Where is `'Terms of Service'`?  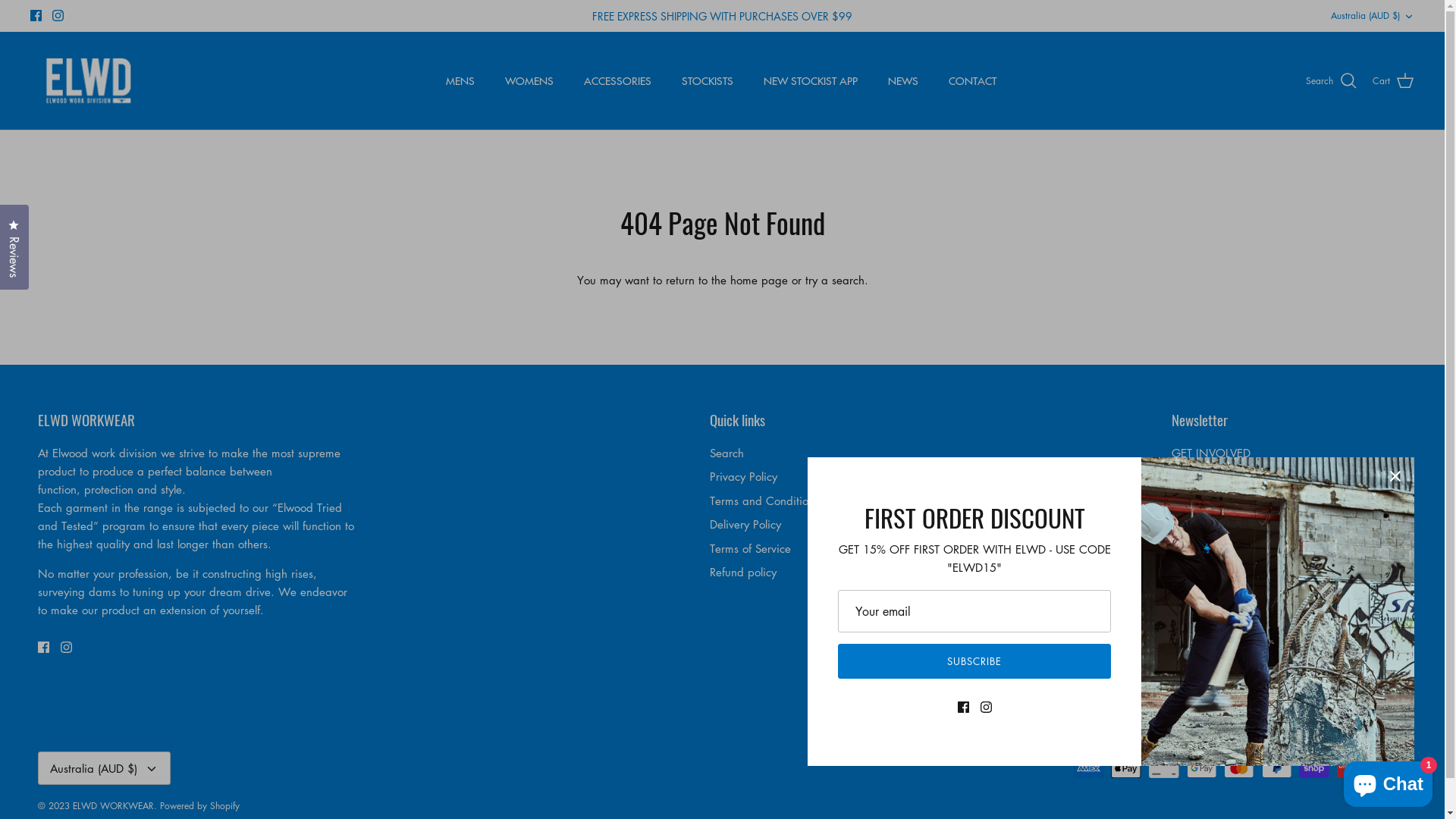
'Terms of Service' is located at coordinates (750, 548).